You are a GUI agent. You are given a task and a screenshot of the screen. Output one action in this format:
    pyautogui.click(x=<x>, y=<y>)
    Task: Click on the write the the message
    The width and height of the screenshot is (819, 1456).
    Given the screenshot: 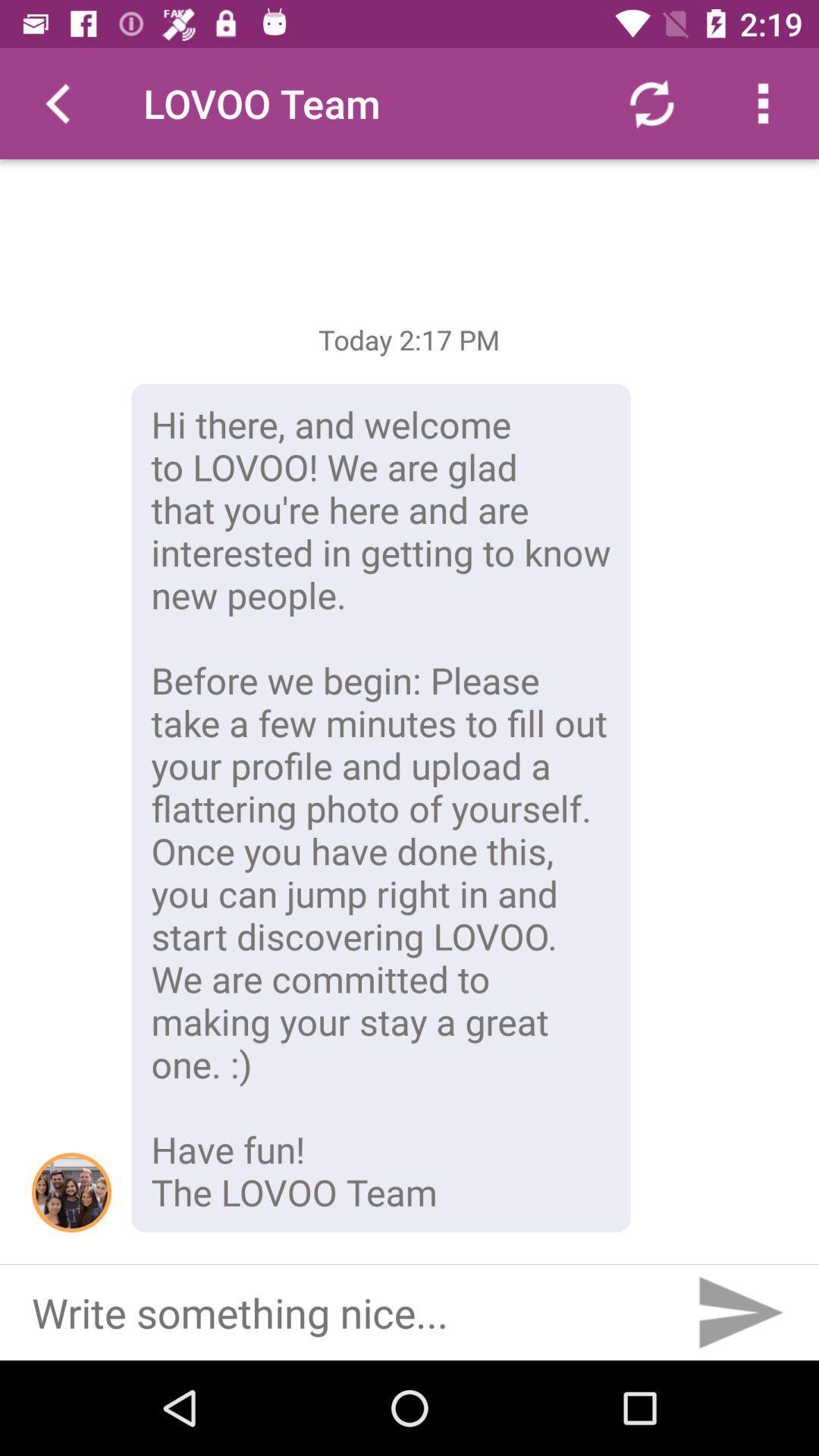 What is the action you would take?
    pyautogui.click(x=340, y=1312)
    